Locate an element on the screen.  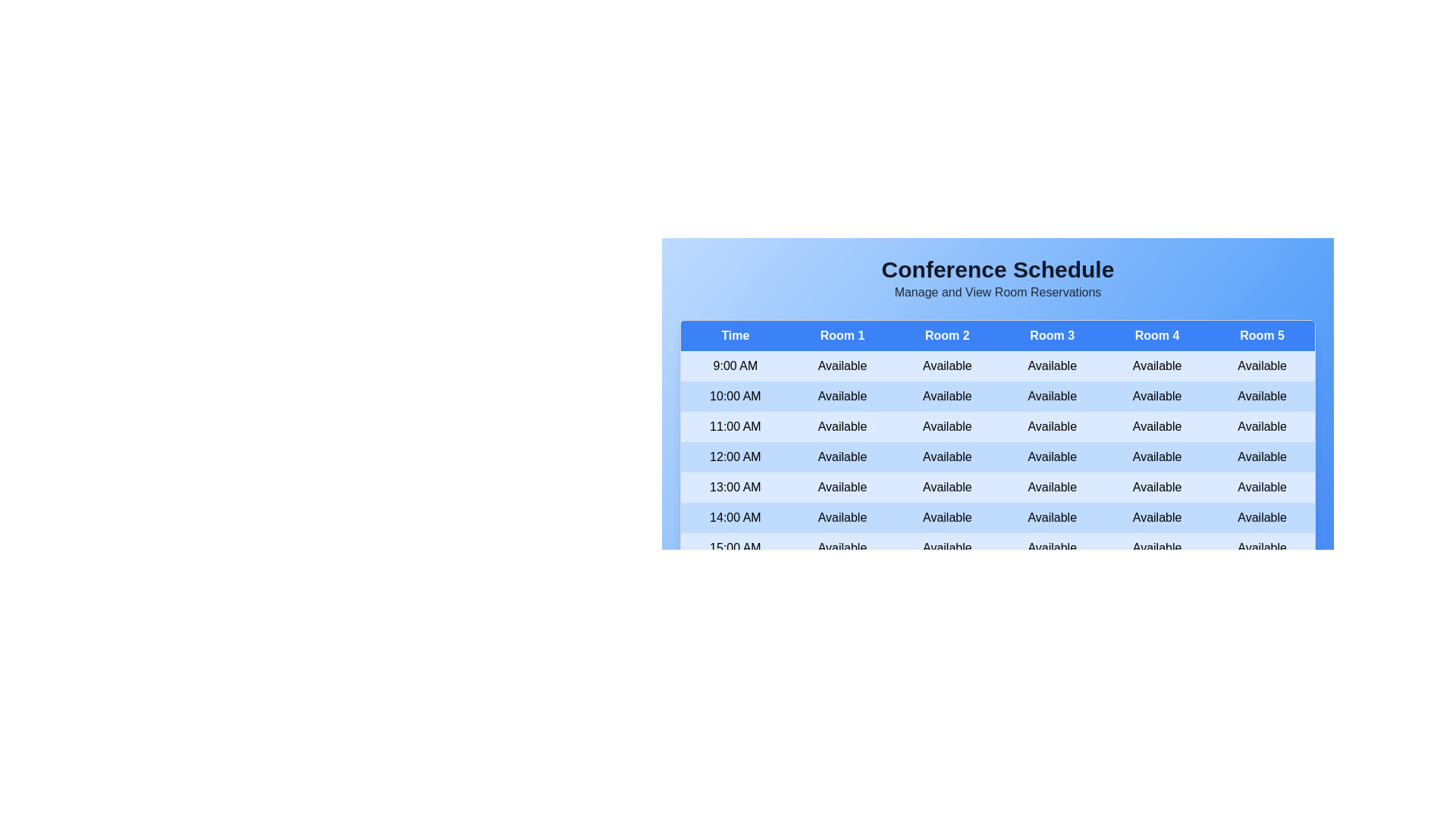
the header of Room 5 to sort the table by that column is located at coordinates (1262, 334).